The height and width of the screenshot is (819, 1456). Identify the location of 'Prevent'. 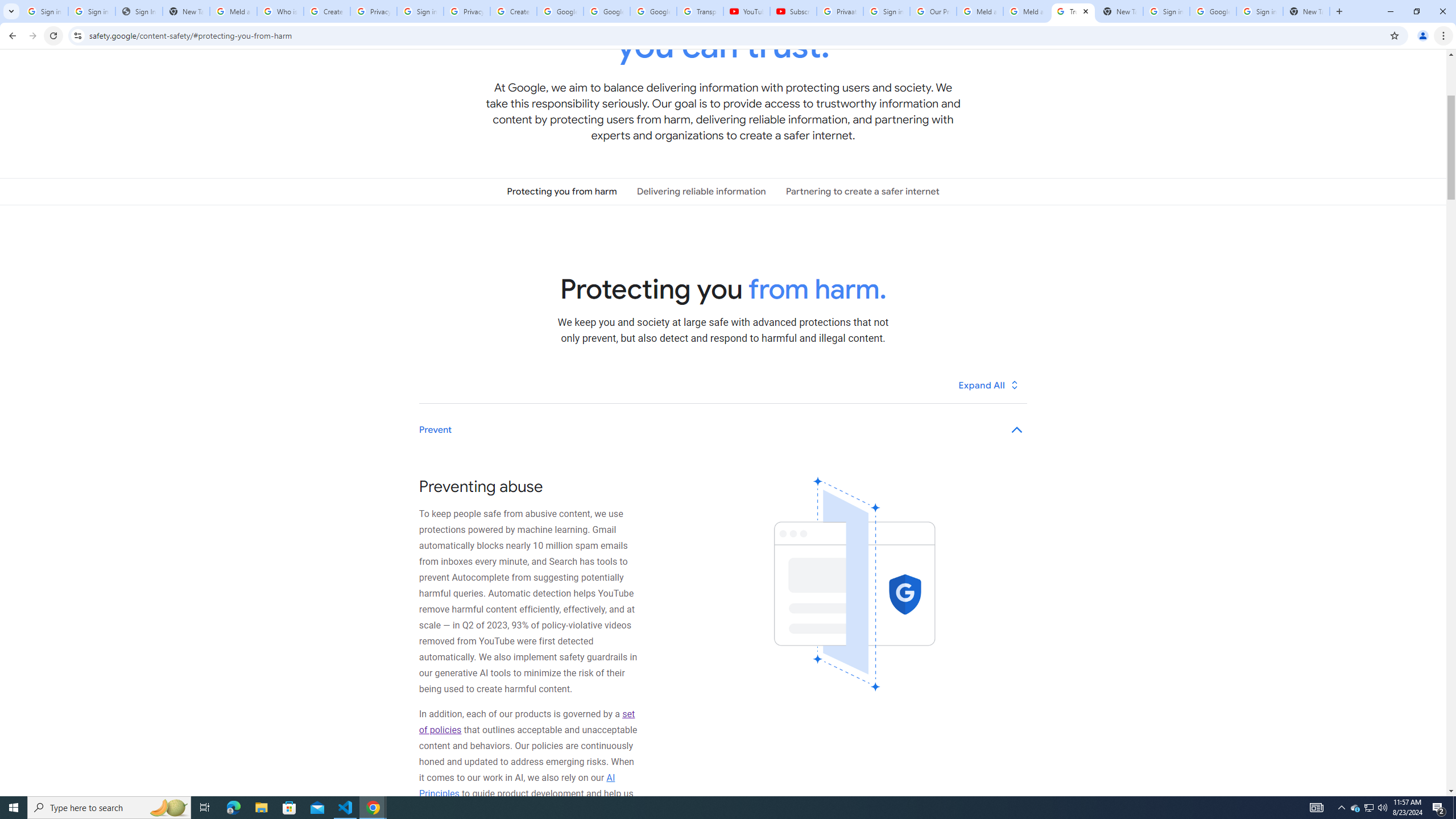
(723, 429).